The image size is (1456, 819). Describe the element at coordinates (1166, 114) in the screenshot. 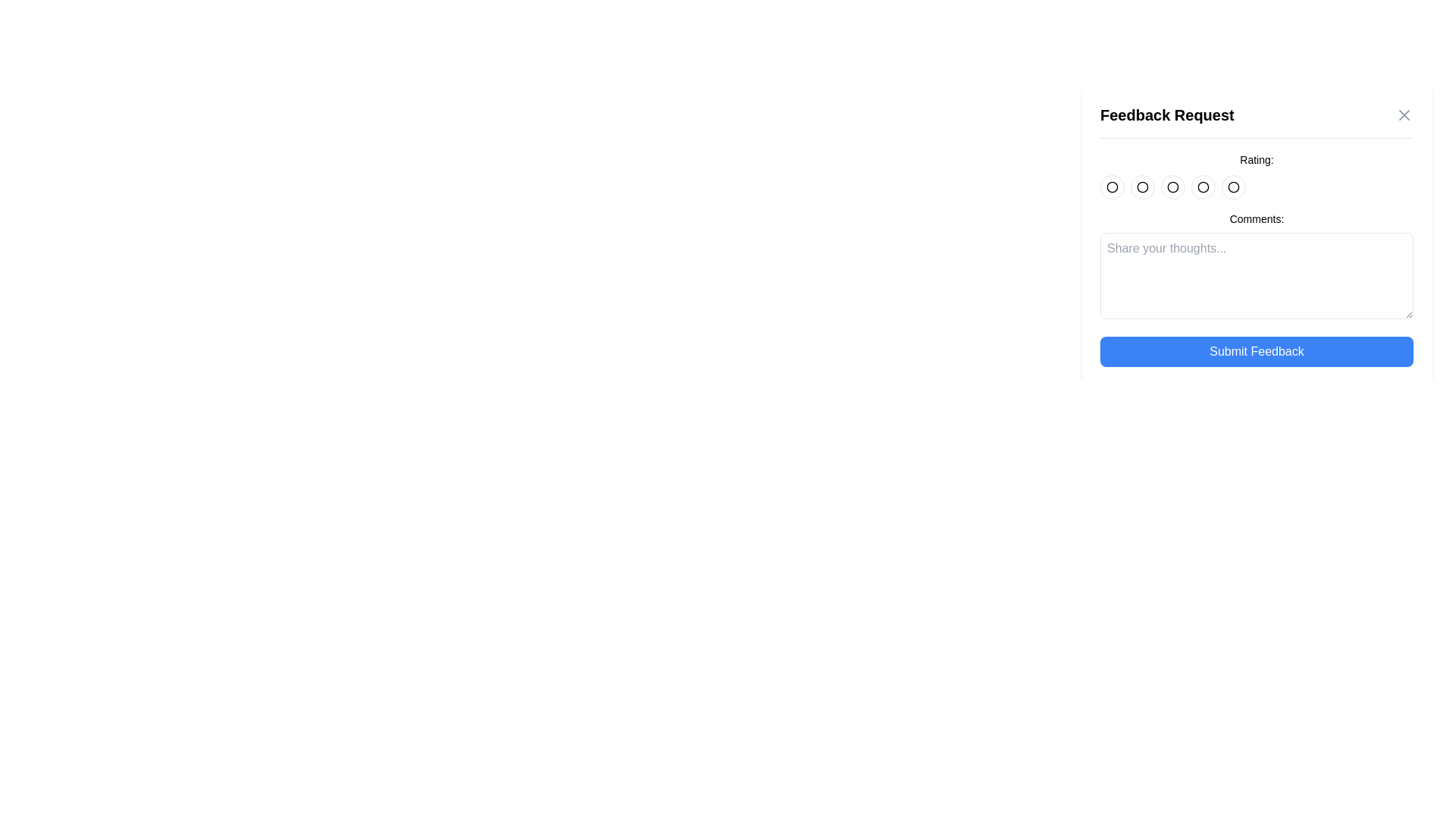

I see `text 'Feedback Request' located in the top-left corner of the feedback form interface's header section` at that location.